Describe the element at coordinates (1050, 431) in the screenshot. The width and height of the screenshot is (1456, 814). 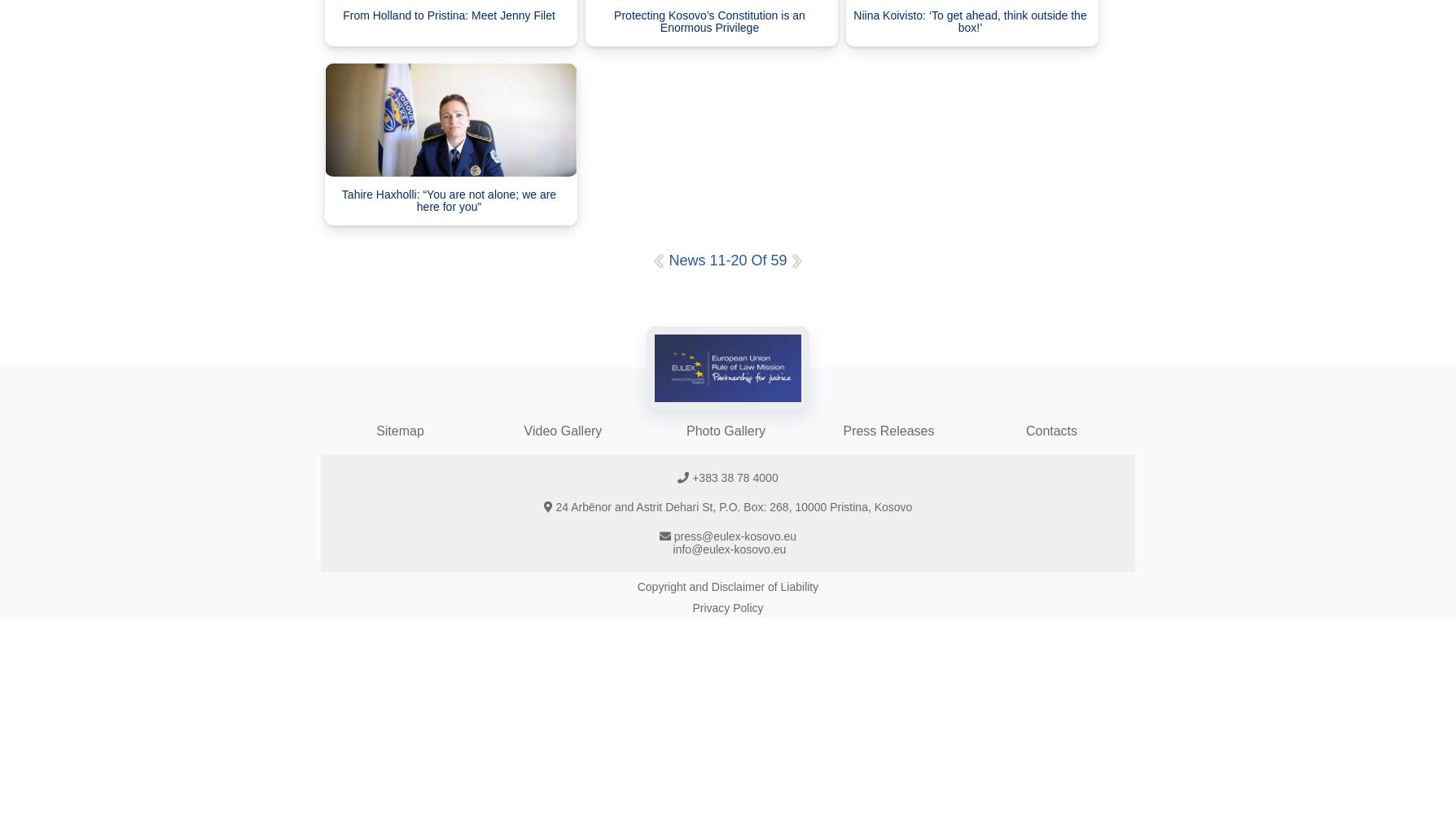
I see `'Contacts'` at that location.